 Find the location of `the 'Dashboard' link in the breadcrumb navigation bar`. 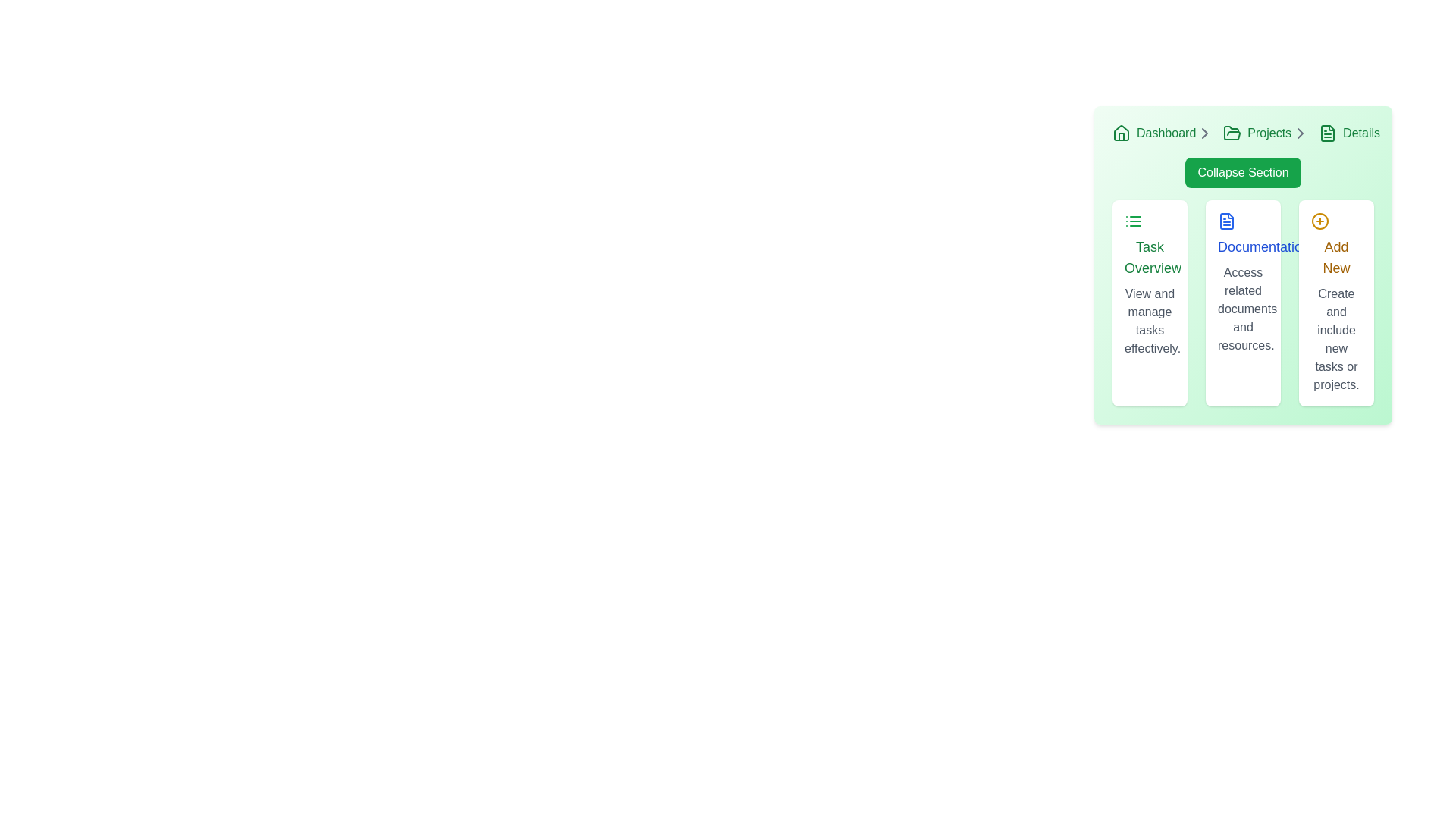

the 'Dashboard' link in the breadcrumb navigation bar is located at coordinates (1163, 133).